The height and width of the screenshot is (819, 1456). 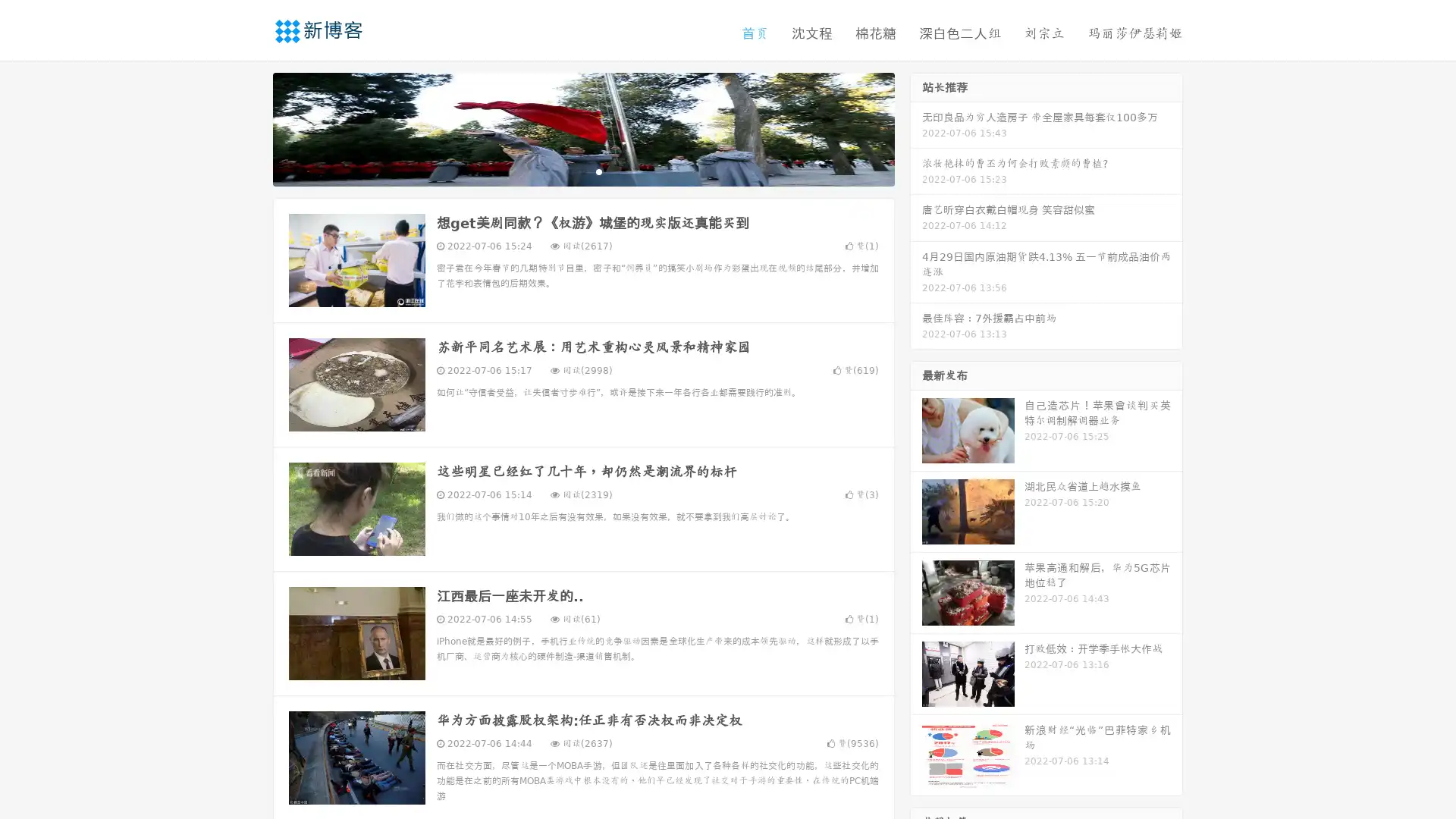 I want to click on Previous slide, so click(x=250, y=127).